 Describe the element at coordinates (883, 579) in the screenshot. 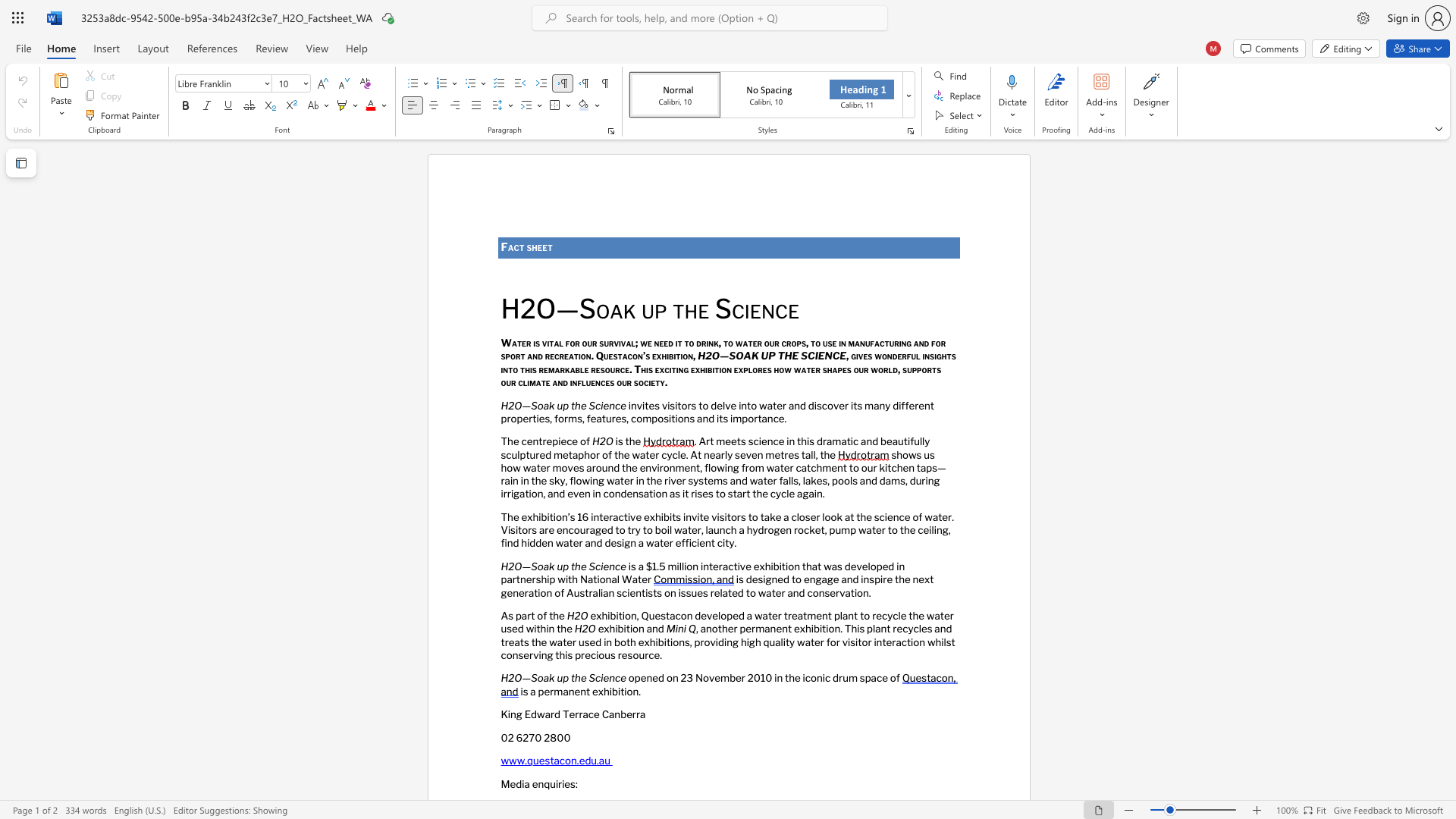

I see `the space between the continuous character "i" and "r" in the text` at that location.